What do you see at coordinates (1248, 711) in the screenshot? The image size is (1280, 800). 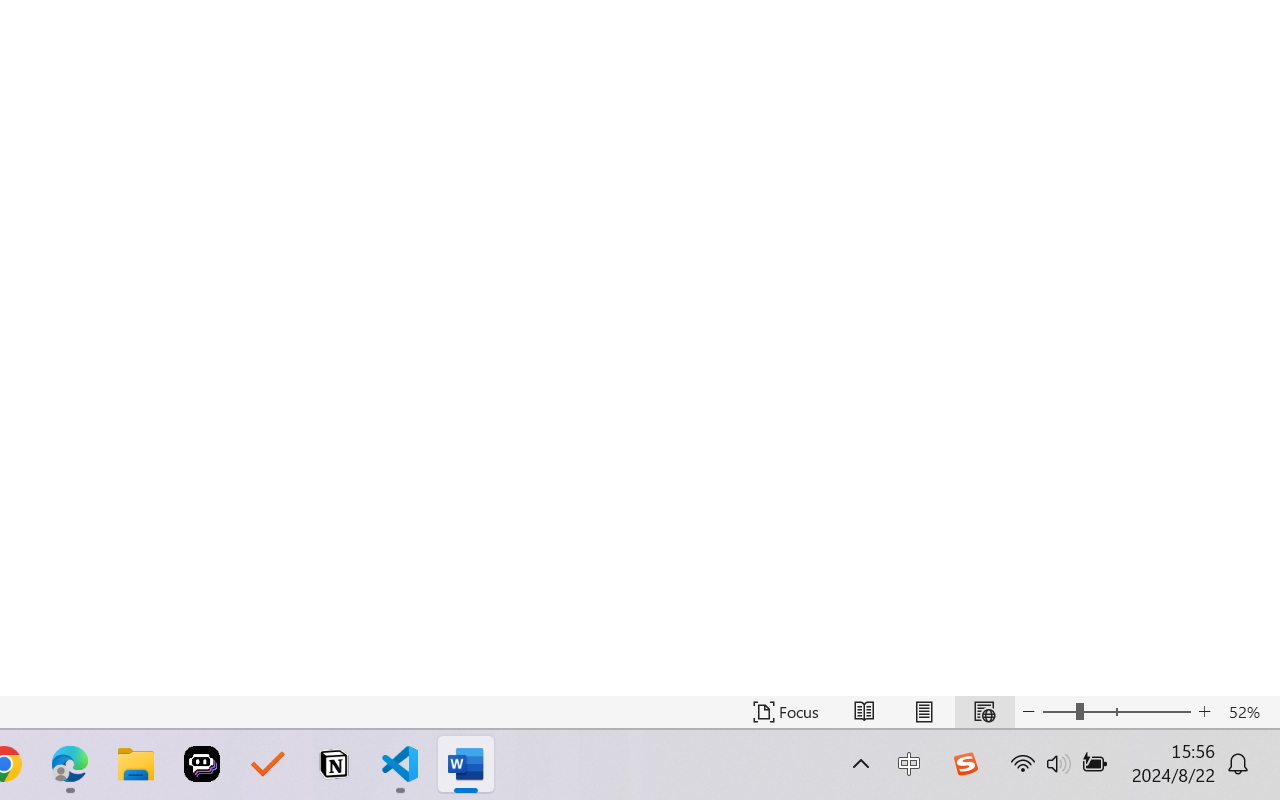 I see `'Zoom 52%'` at bounding box center [1248, 711].